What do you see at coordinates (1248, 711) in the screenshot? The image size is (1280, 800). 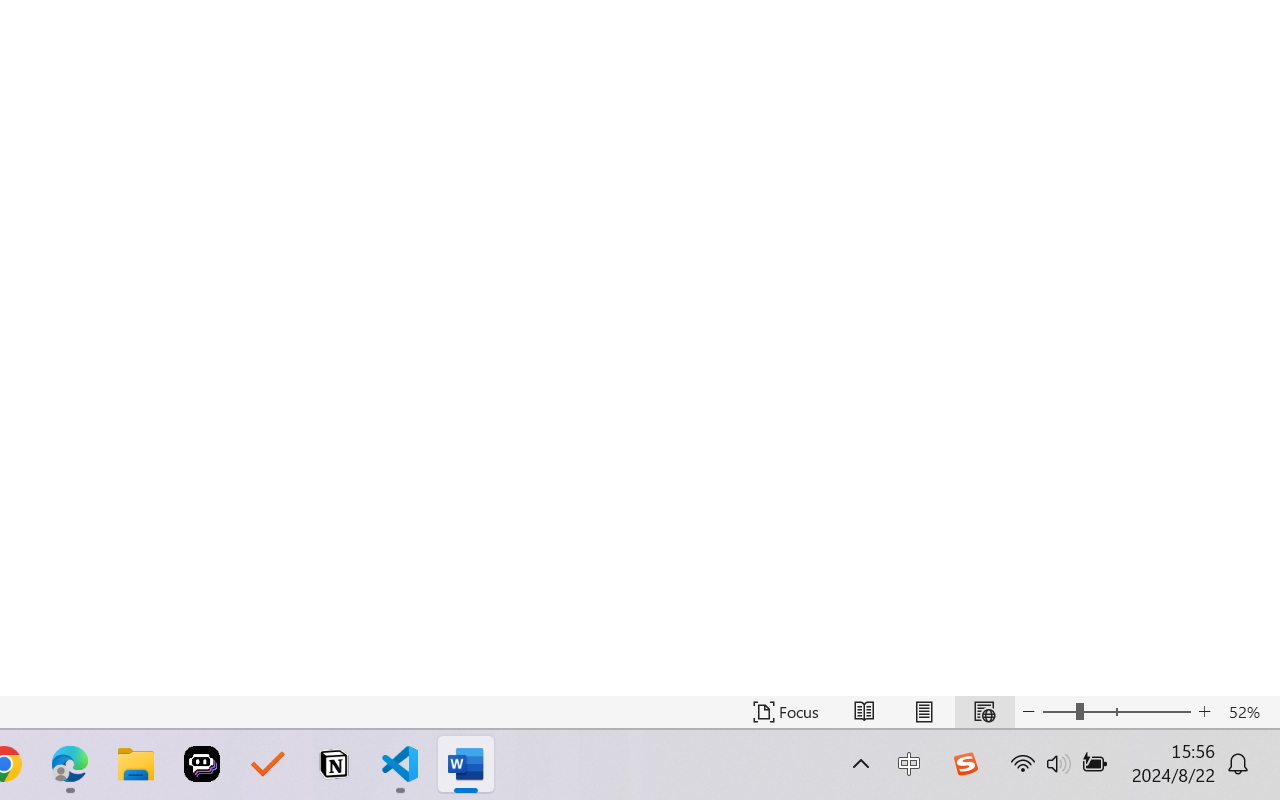 I see `'Zoom 52%'` at bounding box center [1248, 711].